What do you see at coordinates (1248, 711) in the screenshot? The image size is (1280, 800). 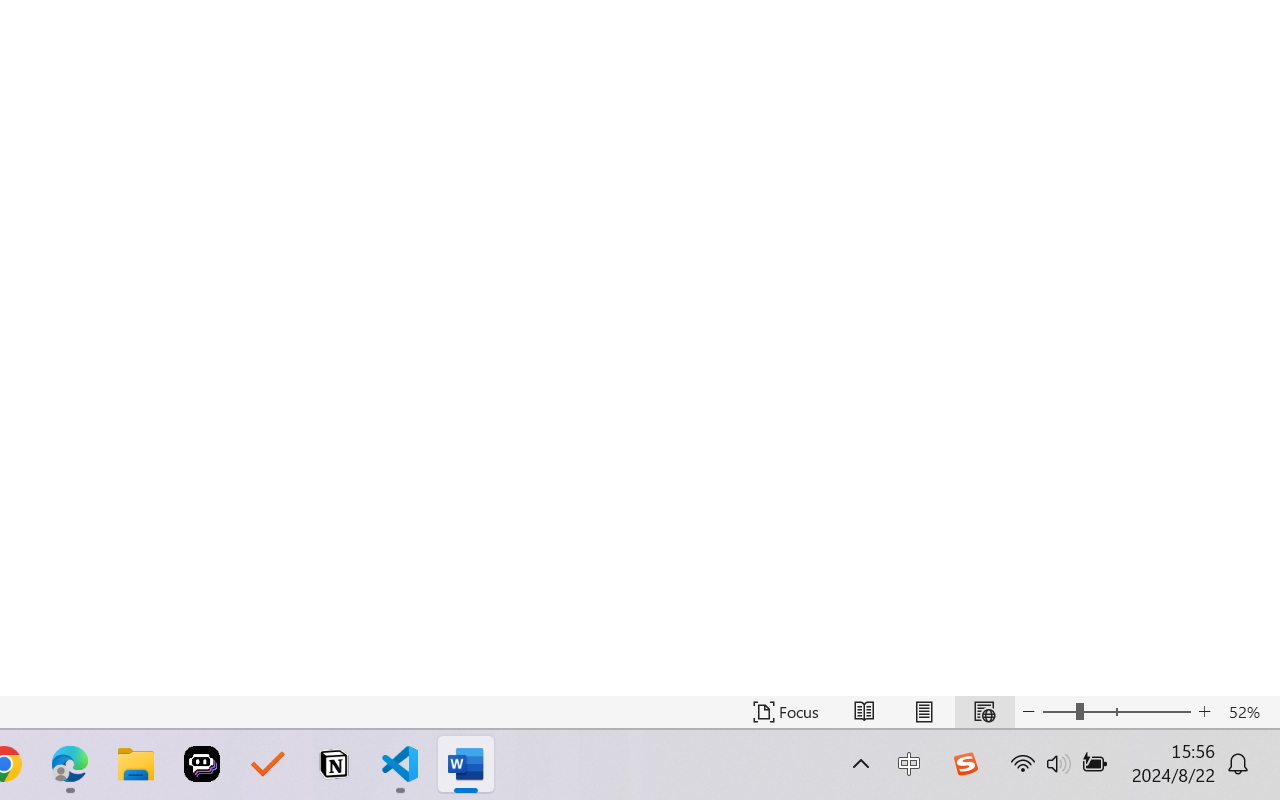 I see `'Zoom 52%'` at bounding box center [1248, 711].